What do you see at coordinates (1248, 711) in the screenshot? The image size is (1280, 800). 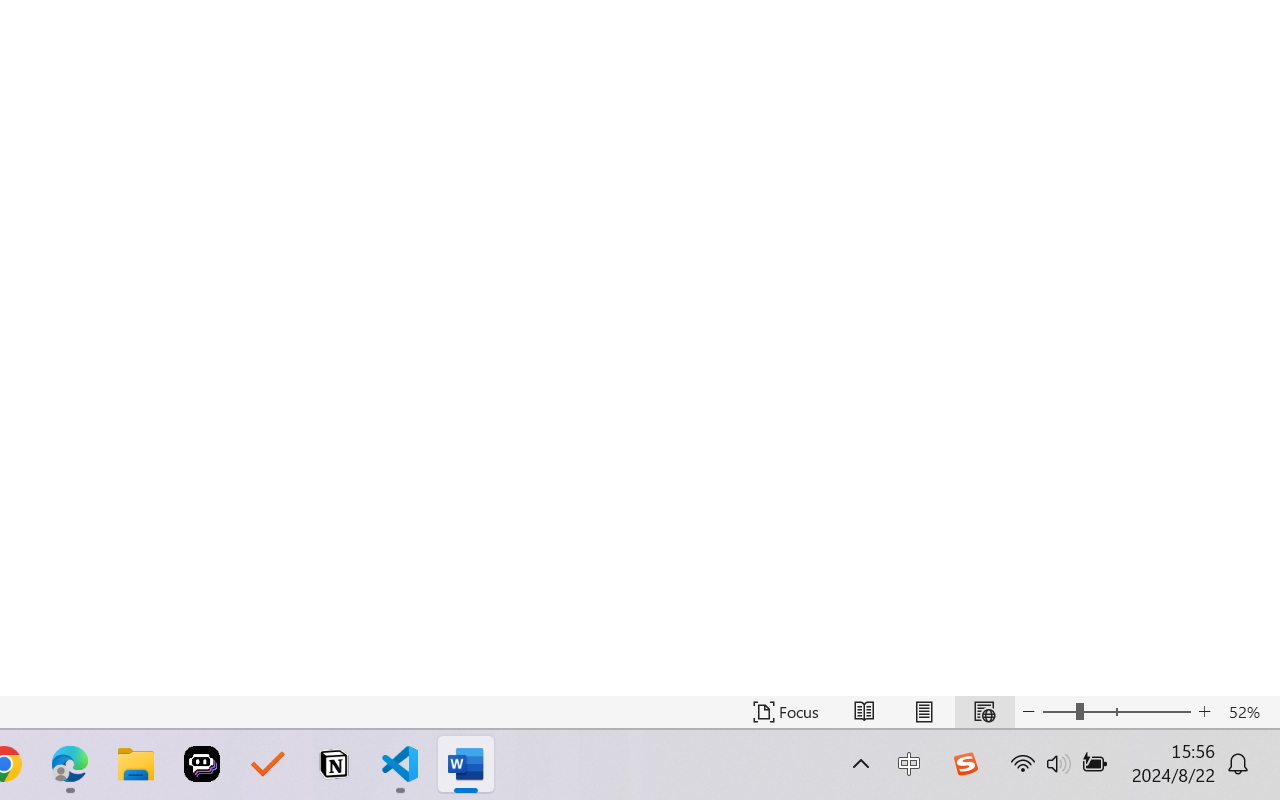 I see `'Zoom 52%'` at bounding box center [1248, 711].